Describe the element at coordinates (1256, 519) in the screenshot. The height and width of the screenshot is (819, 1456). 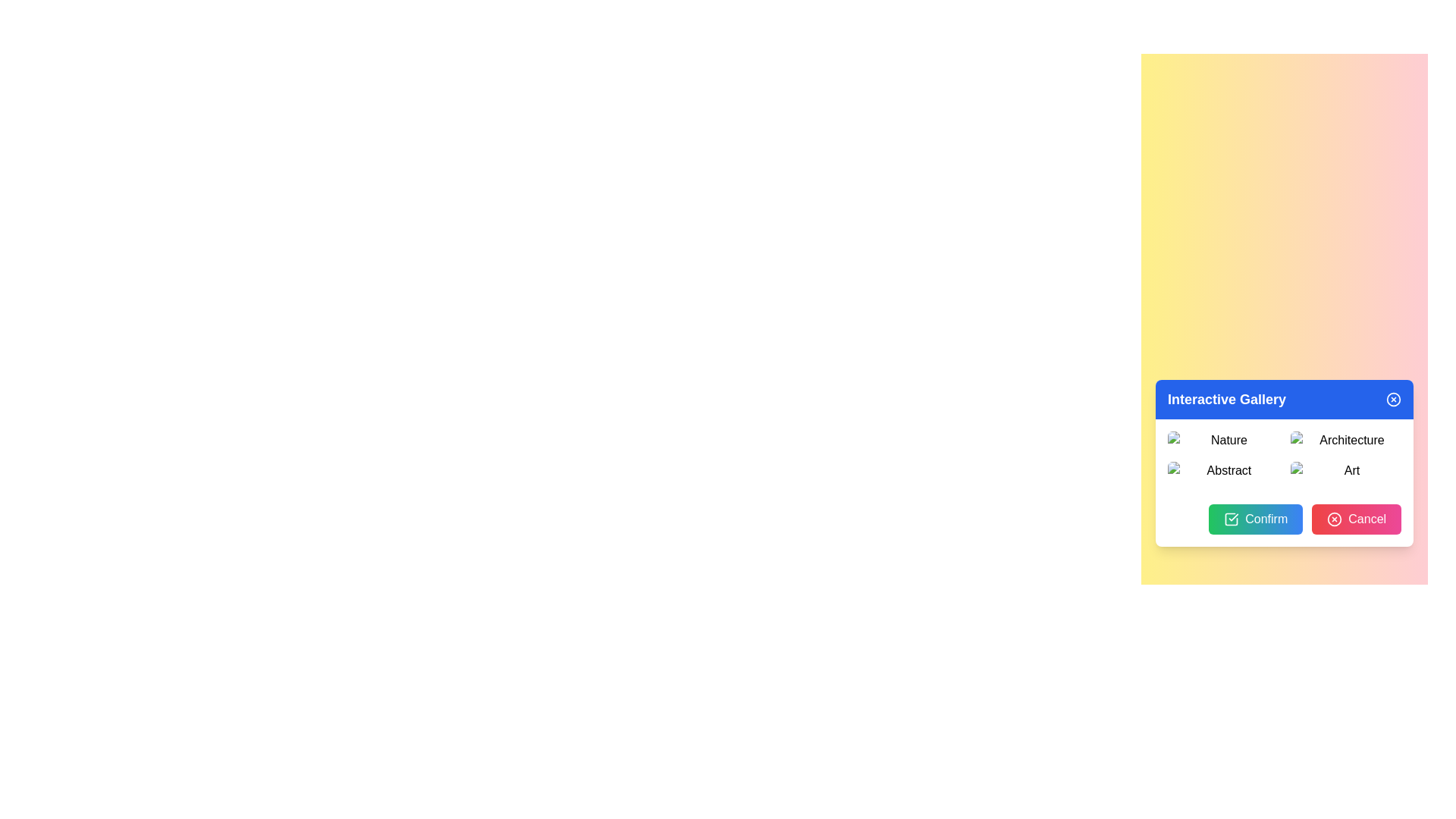
I see `the confirmation button located in the lower-right area of the modal dialog box, adjacent to the 'Cancel' button` at that location.